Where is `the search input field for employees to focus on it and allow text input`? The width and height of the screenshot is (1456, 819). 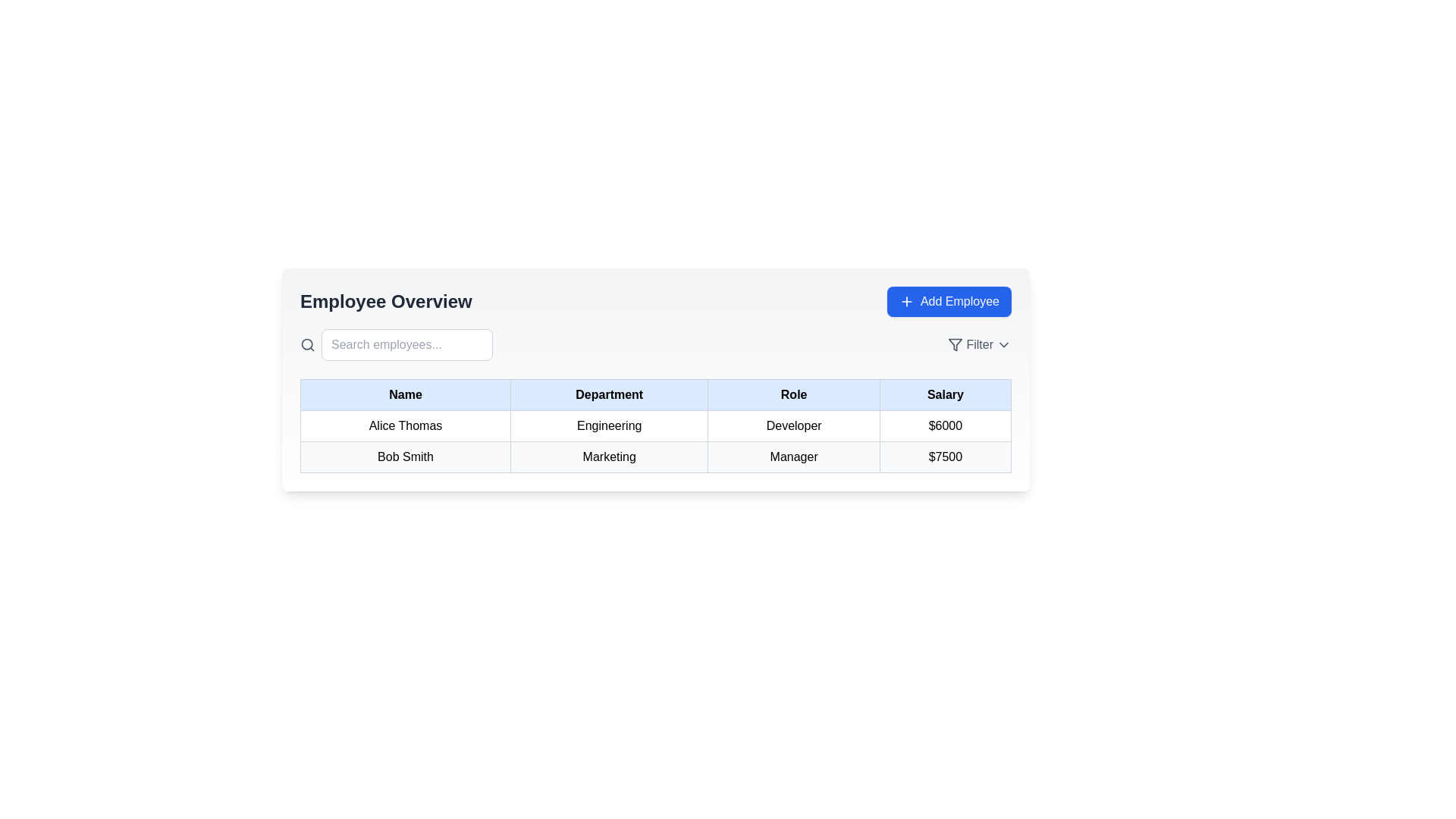
the search input field for employees to focus on it and allow text input is located at coordinates (407, 345).